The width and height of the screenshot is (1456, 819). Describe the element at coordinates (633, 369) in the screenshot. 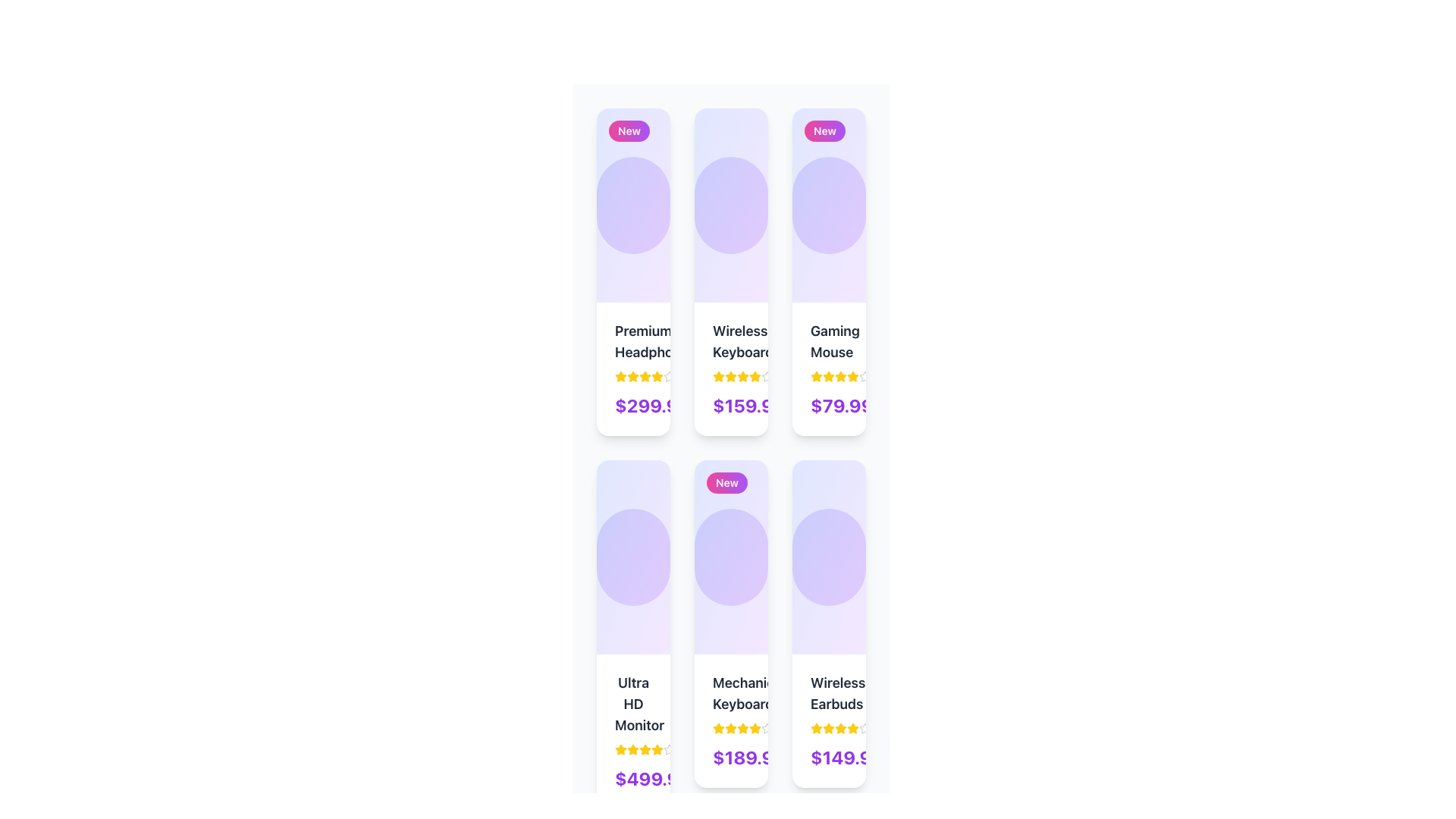

I see `any of the five star icons in the rating indicator for the Premium Headphones product card, which is located at the top-left corner of the grid layout` at that location.